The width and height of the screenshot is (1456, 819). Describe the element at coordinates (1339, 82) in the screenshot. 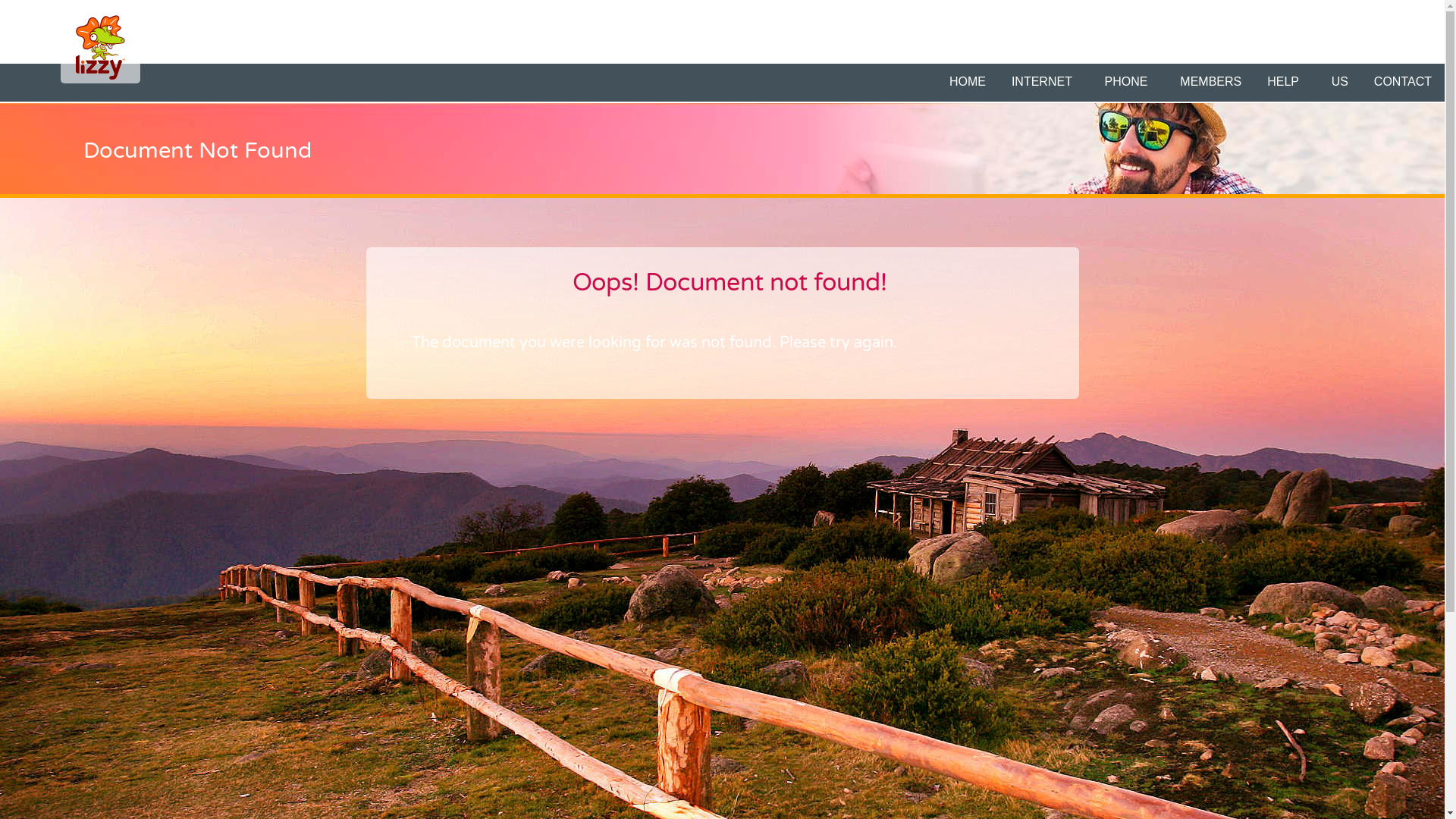

I see `'US'` at that location.